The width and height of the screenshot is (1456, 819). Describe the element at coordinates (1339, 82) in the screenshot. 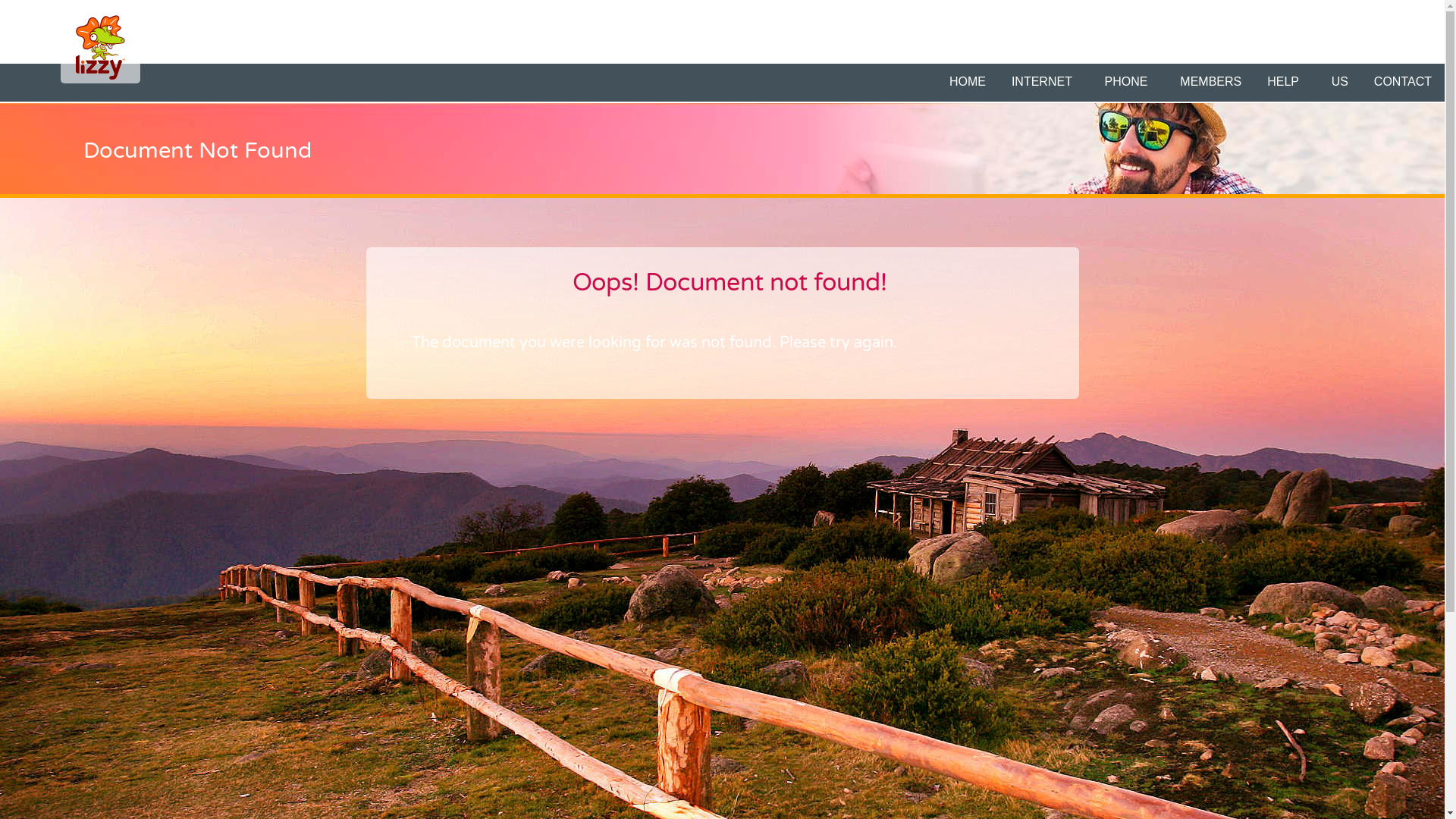

I see `'US'` at that location.